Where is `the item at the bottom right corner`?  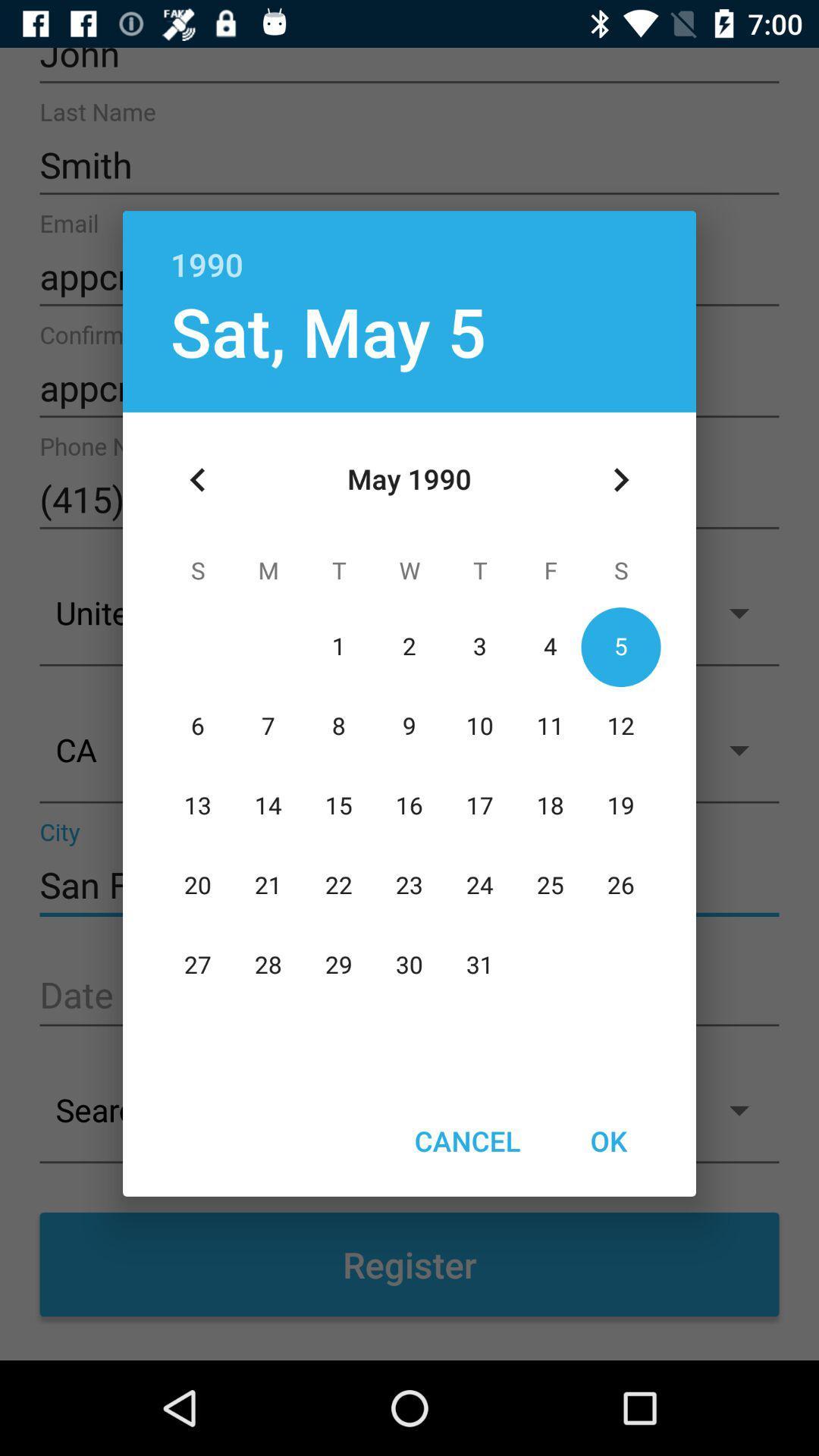
the item at the bottom right corner is located at coordinates (607, 1141).